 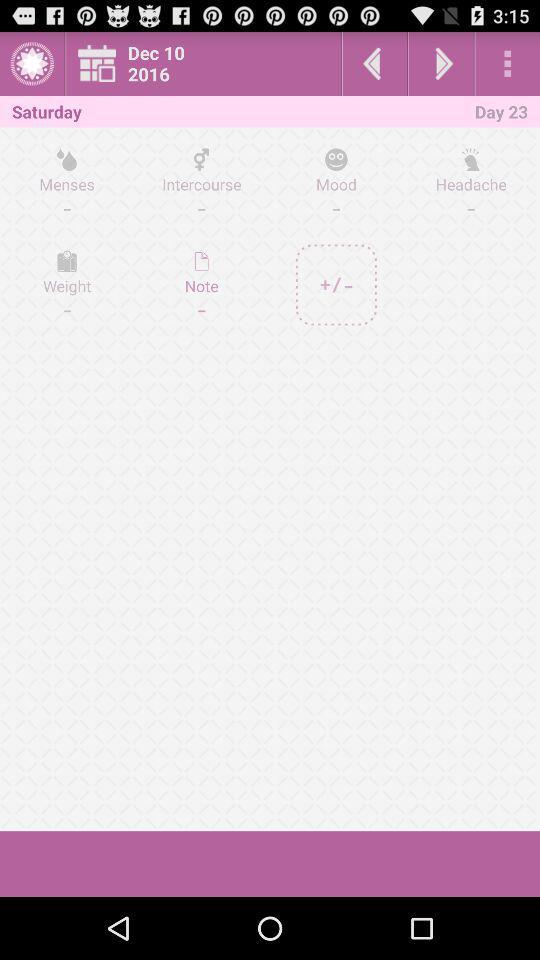 I want to click on the icon to the right of intercourse, so click(x=336, y=183).